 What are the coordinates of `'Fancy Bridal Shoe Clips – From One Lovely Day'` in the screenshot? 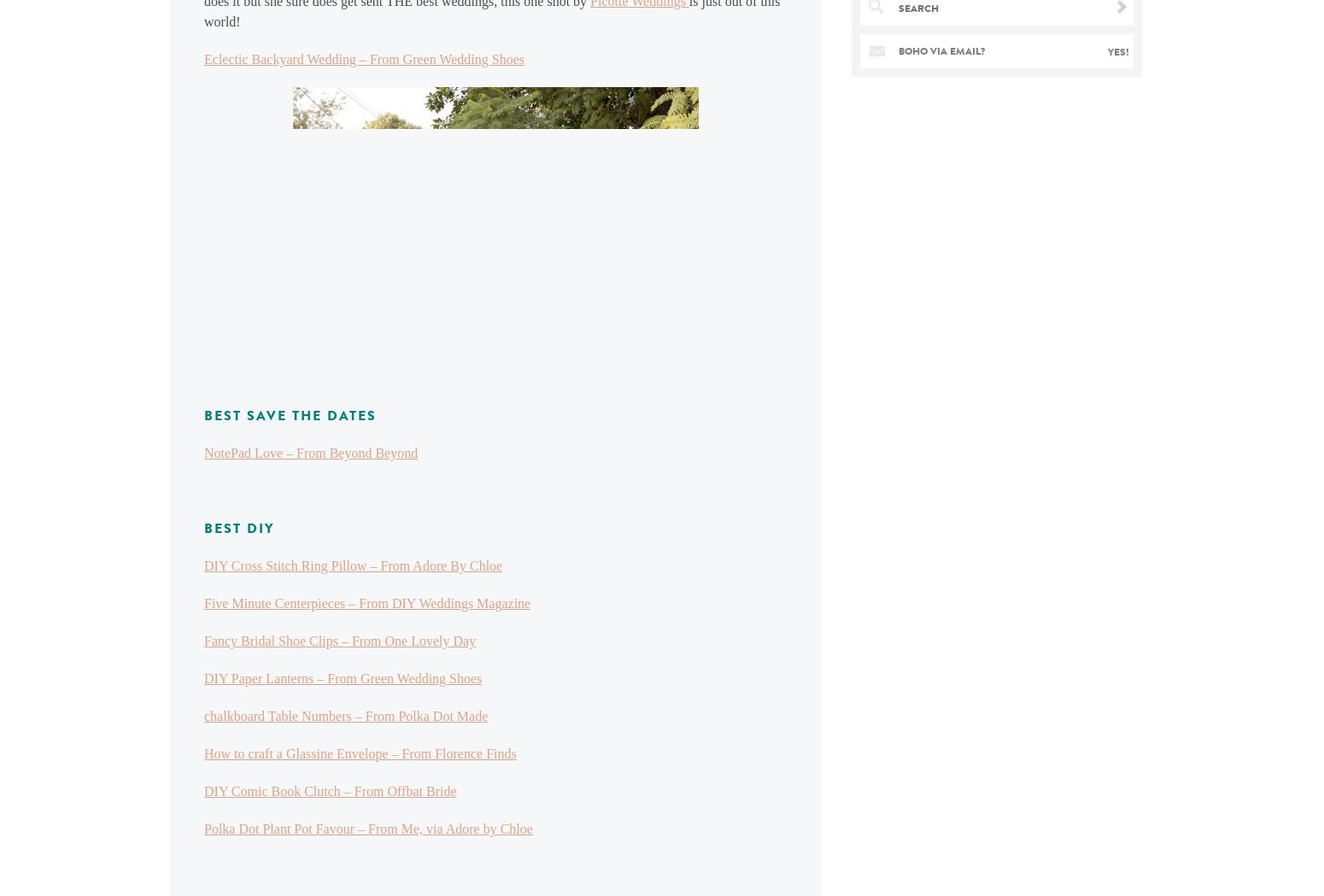 It's located at (204, 640).